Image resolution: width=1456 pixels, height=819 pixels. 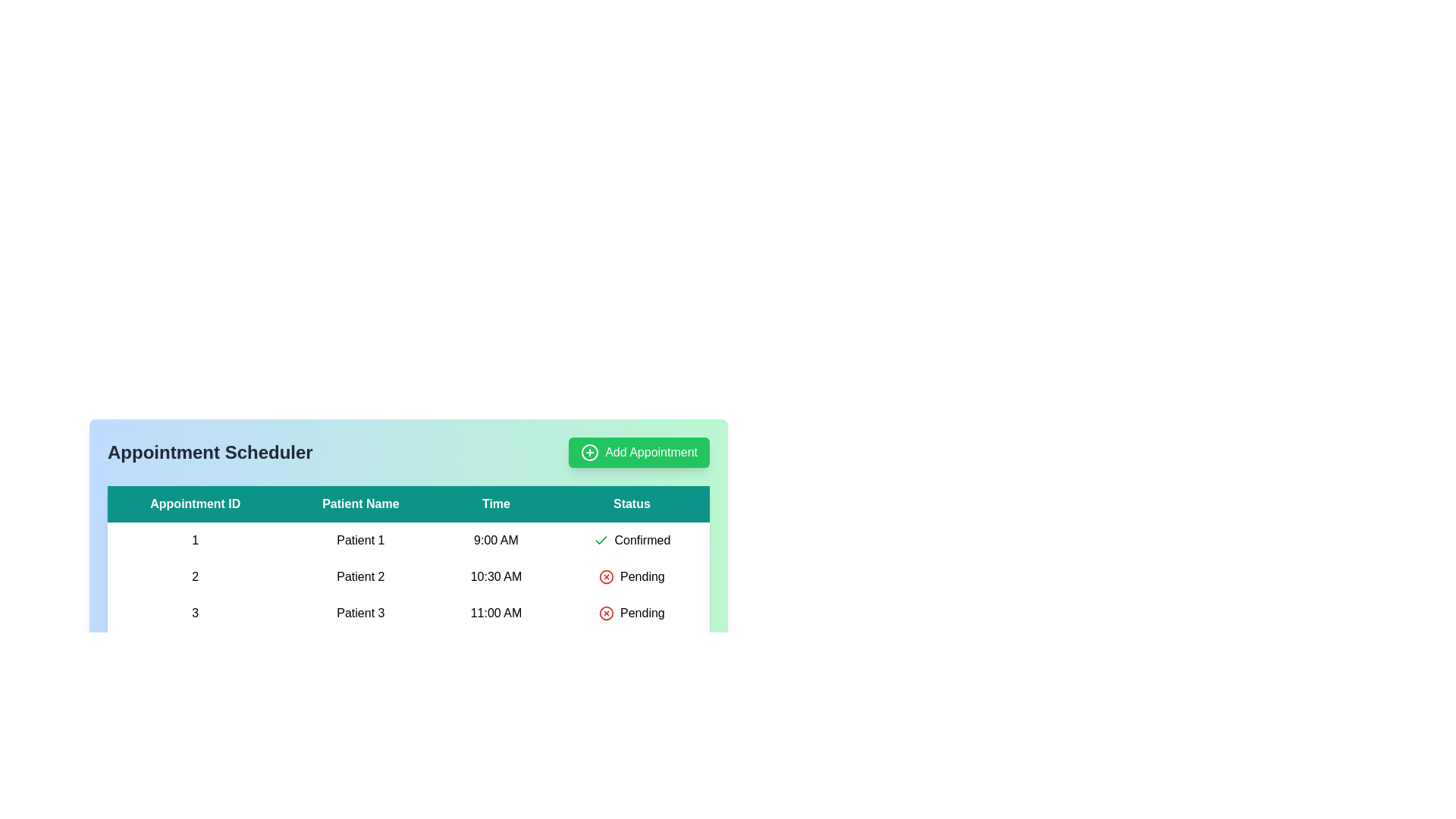 I want to click on the row corresponding to 2 to highlight it, so click(x=408, y=576).